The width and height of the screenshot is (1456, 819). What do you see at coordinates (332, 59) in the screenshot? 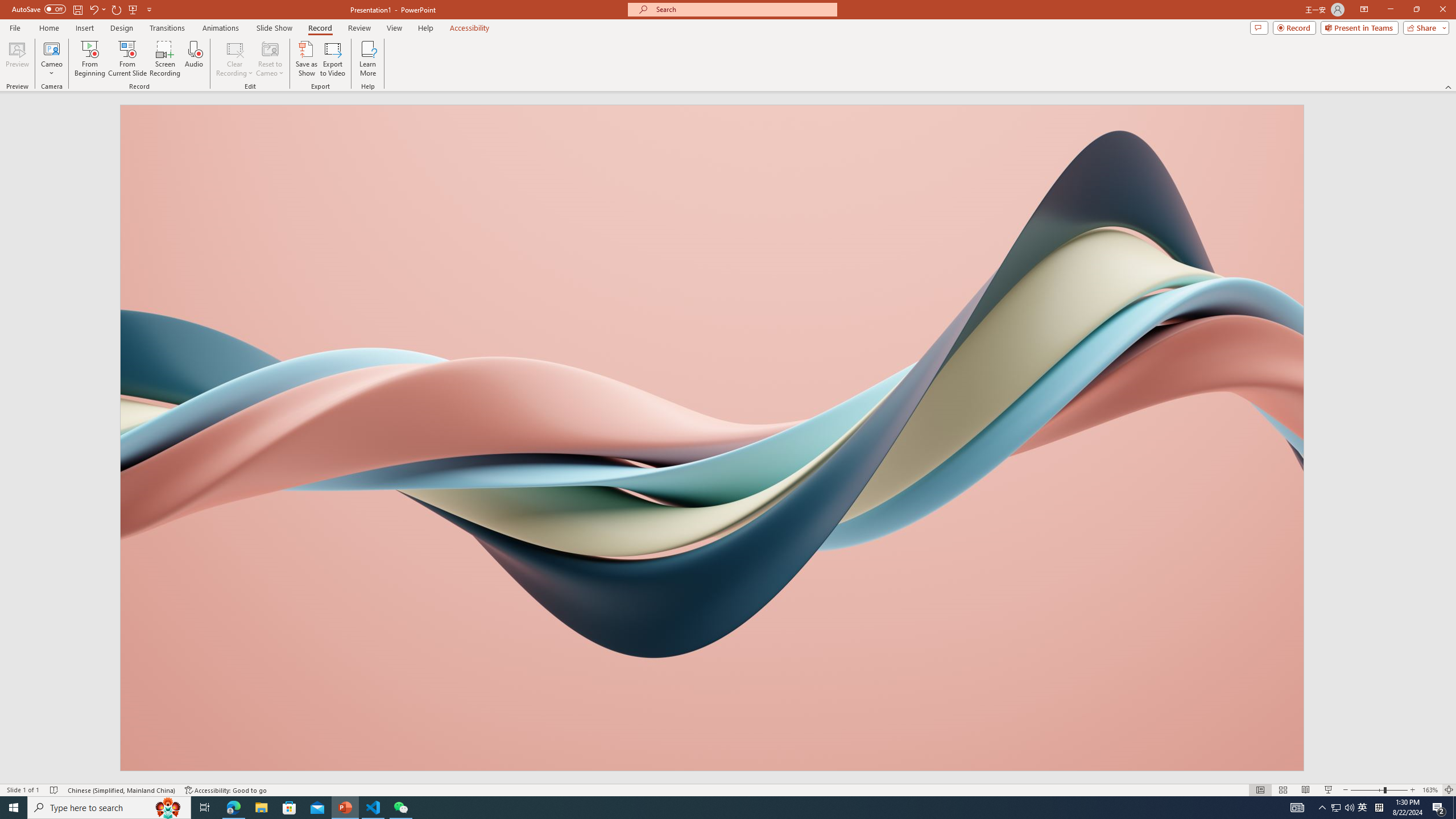
I see `'Export to Video'` at bounding box center [332, 59].